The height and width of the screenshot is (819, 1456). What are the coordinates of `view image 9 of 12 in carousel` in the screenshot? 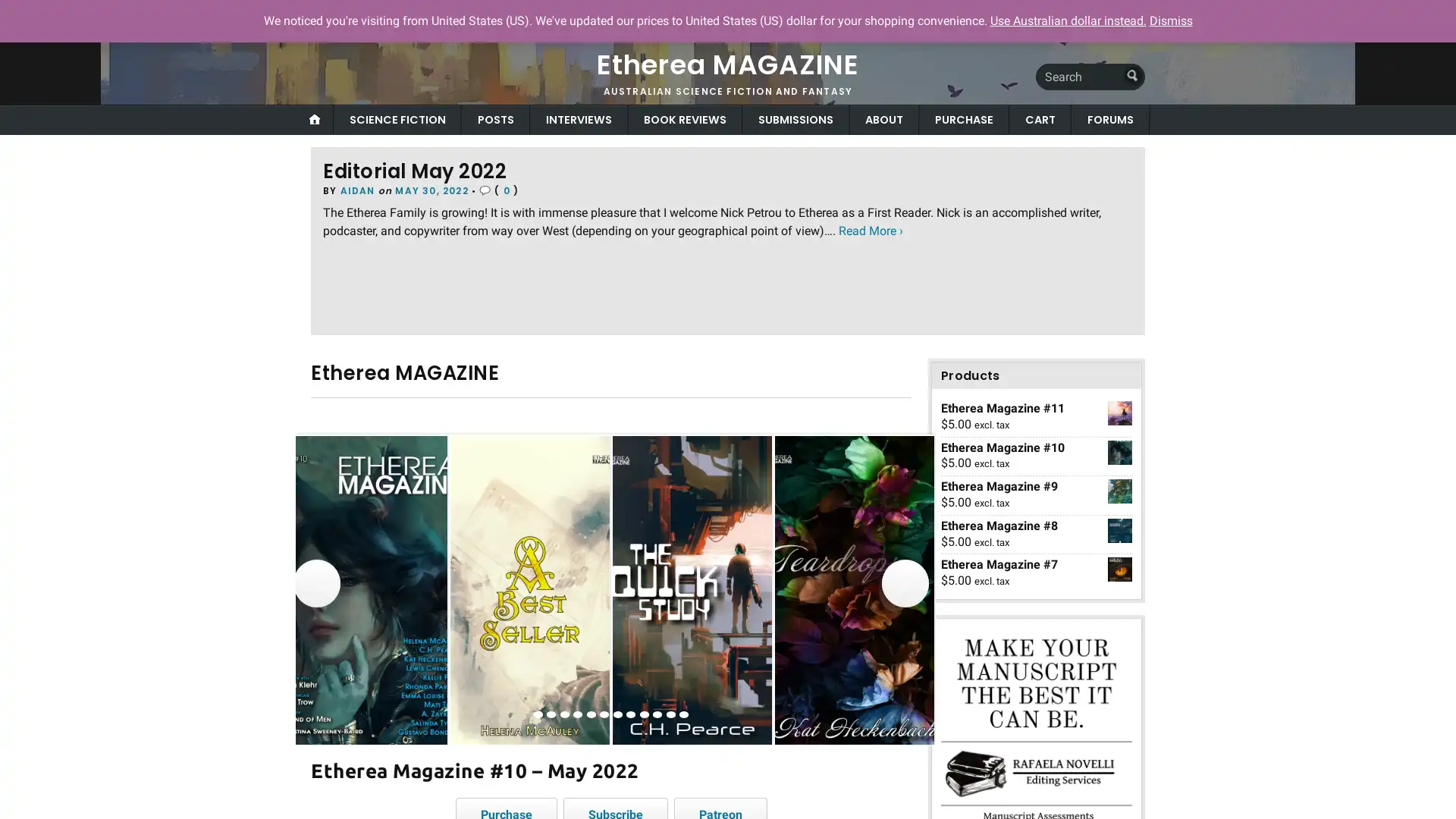 It's located at (644, 714).